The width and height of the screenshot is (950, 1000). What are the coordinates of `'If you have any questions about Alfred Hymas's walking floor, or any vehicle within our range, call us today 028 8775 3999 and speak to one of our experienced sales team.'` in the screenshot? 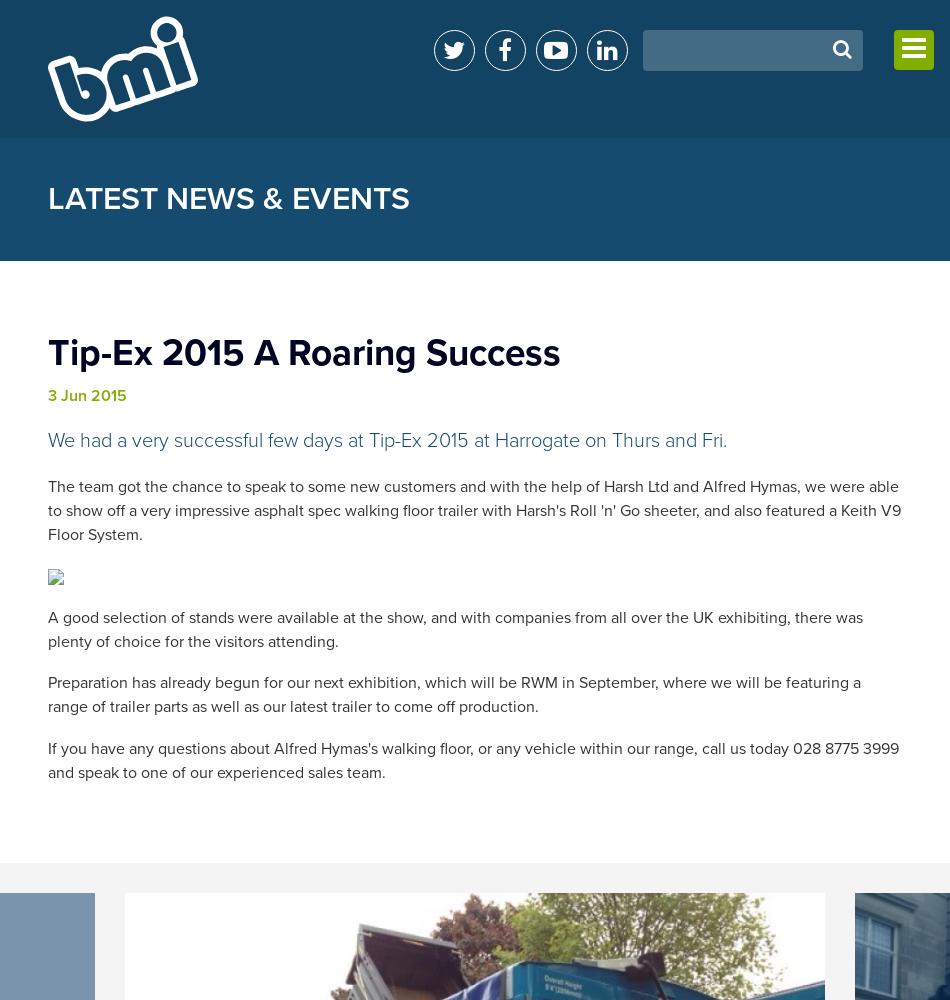 It's located at (471, 760).